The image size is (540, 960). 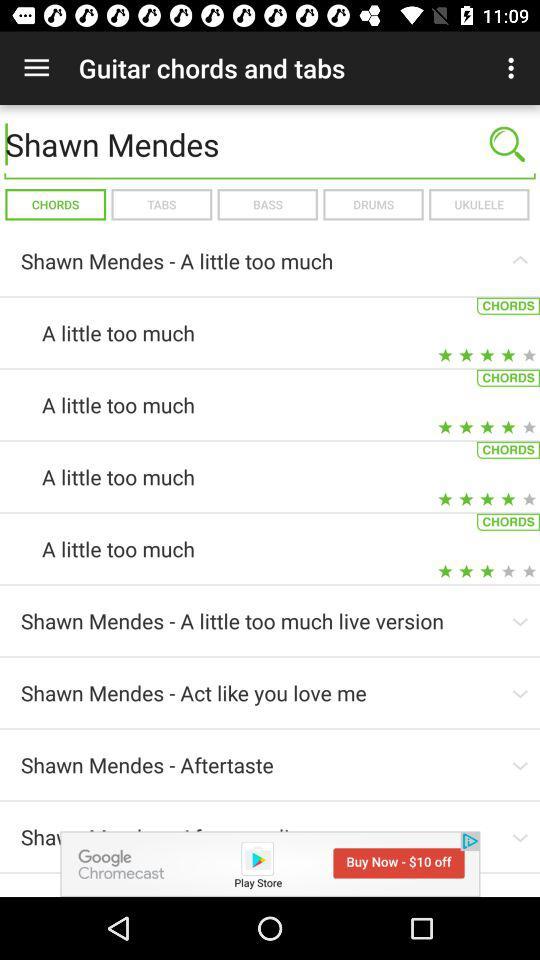 I want to click on the ukulele item, so click(x=478, y=204).